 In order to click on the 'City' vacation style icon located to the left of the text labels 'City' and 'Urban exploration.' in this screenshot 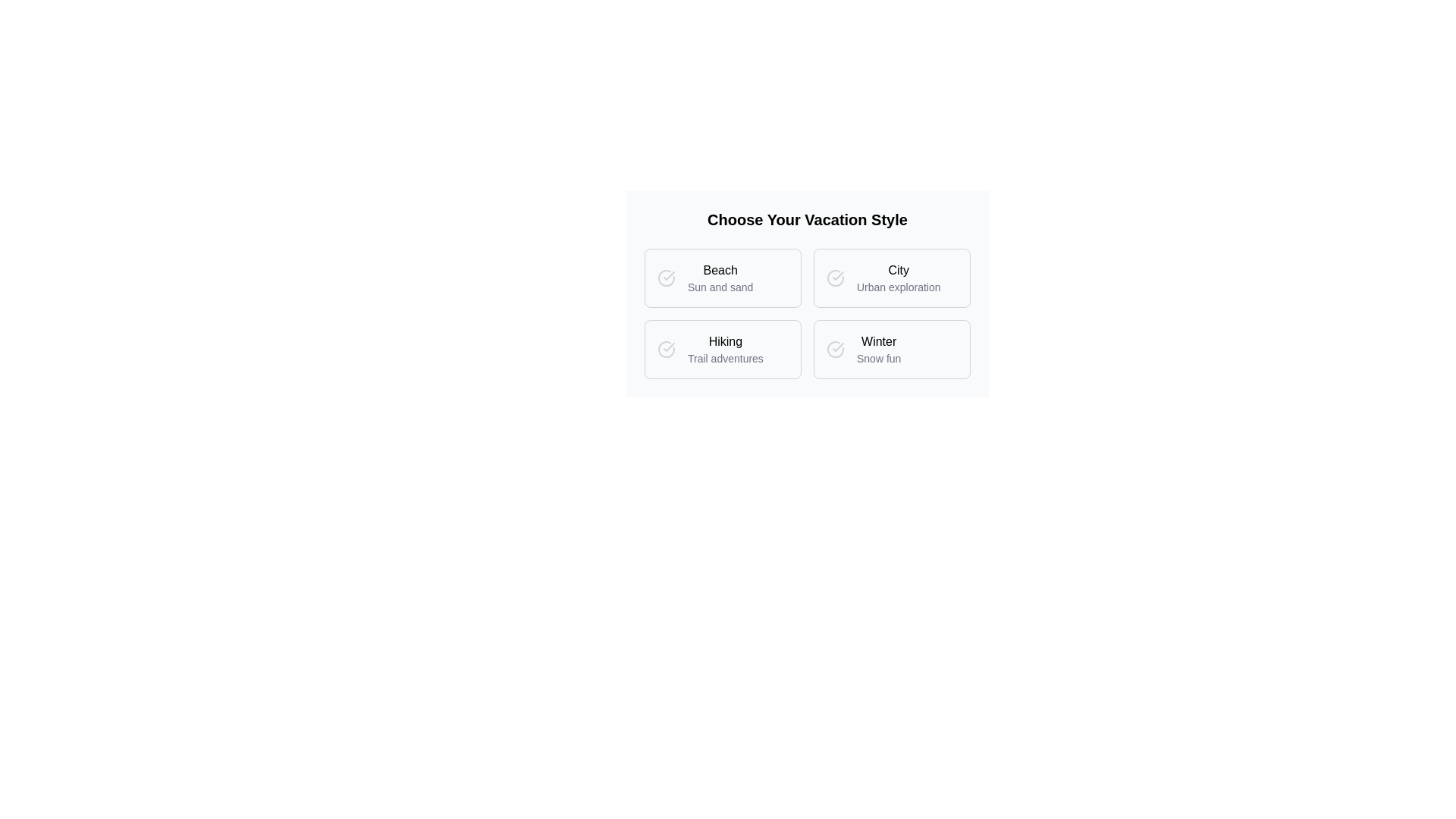, I will do `click(835, 278)`.